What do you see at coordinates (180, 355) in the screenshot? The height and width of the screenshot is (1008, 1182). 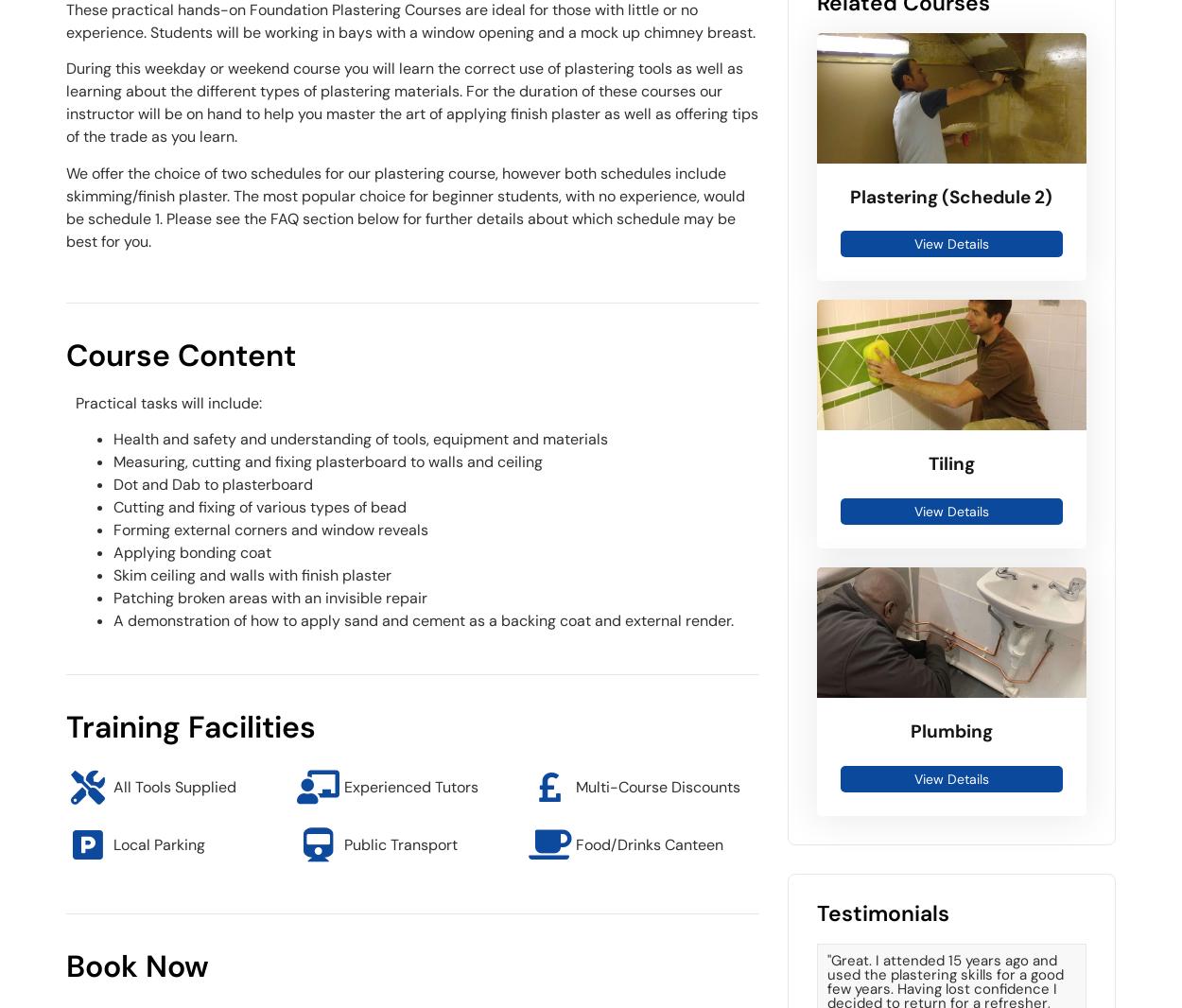 I see `'Course Content'` at bounding box center [180, 355].